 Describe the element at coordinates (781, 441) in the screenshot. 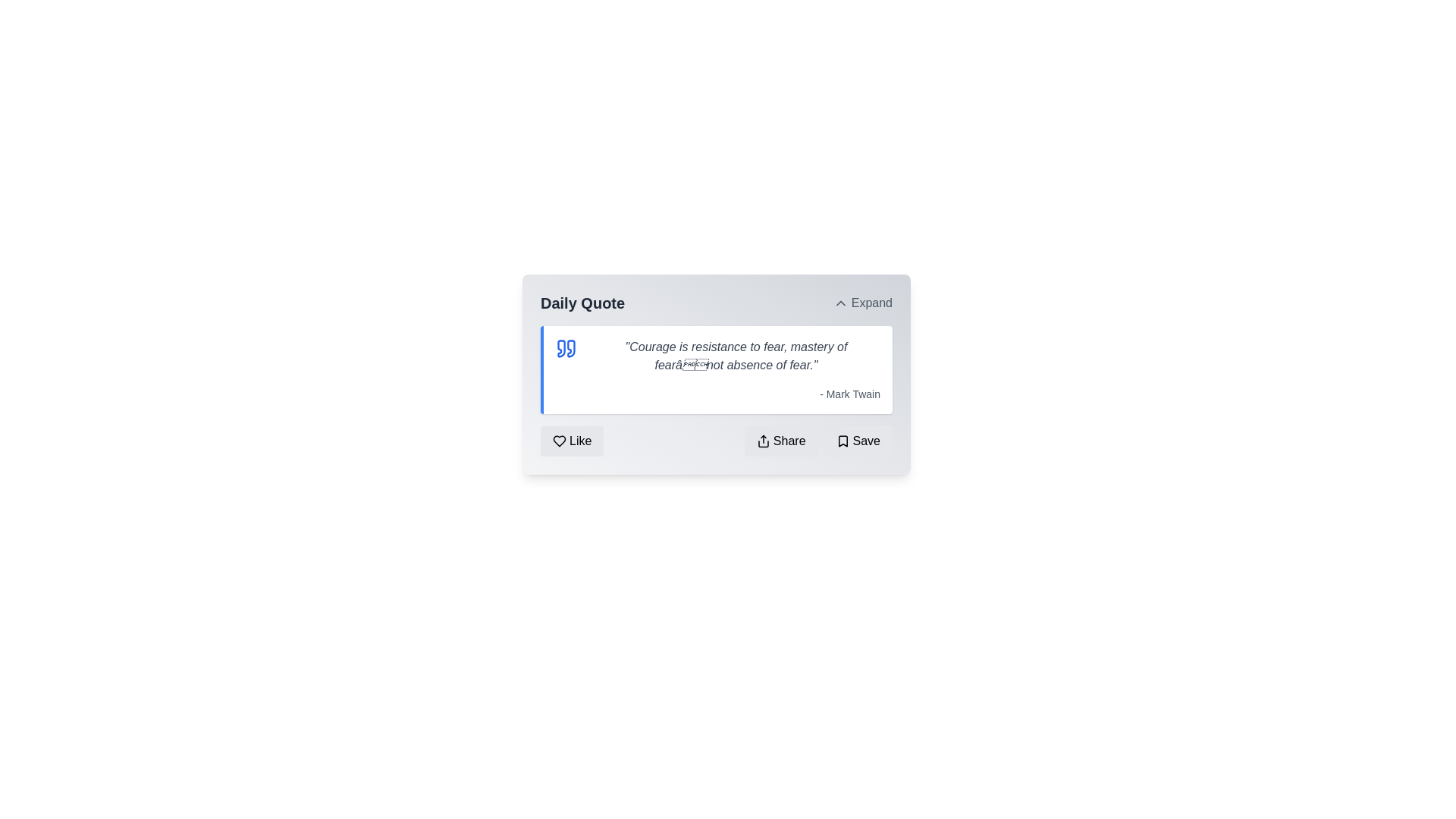

I see `the 'Share' button located at the bottom left of the card interface to share the content` at that location.